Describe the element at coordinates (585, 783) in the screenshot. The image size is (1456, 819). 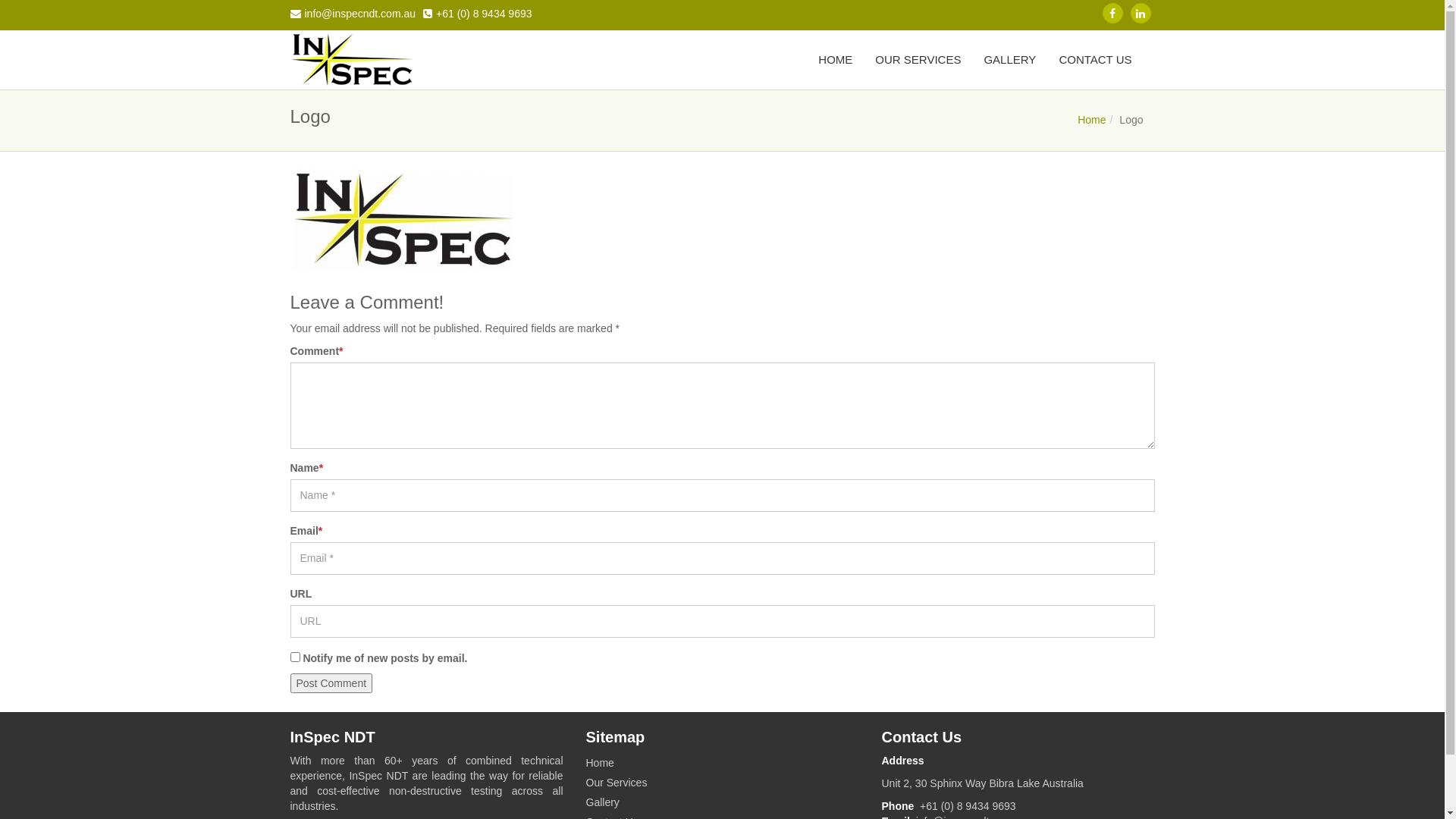
I see `'Our Services'` at that location.